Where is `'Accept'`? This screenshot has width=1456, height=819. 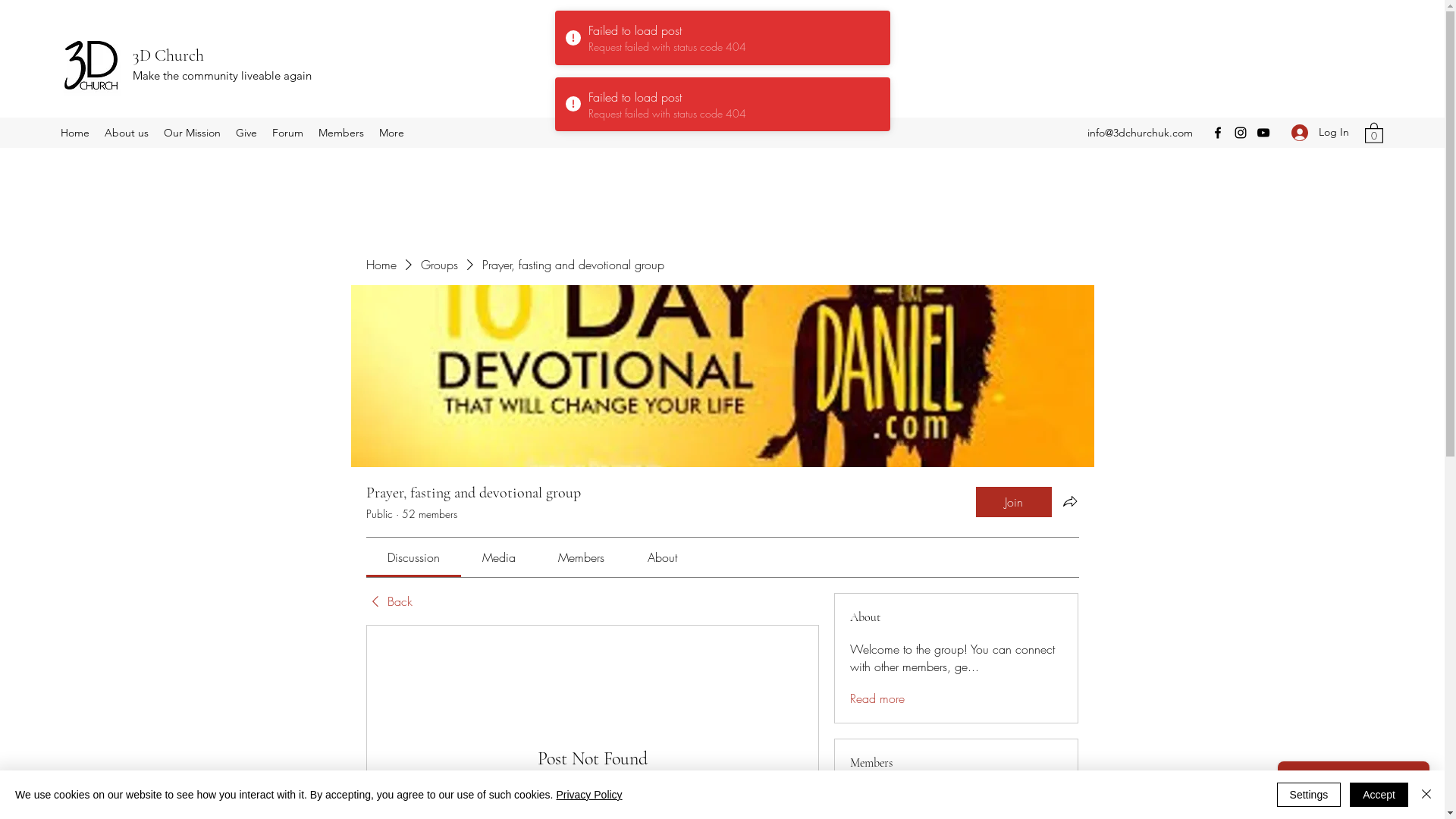 'Accept' is located at coordinates (1379, 794).